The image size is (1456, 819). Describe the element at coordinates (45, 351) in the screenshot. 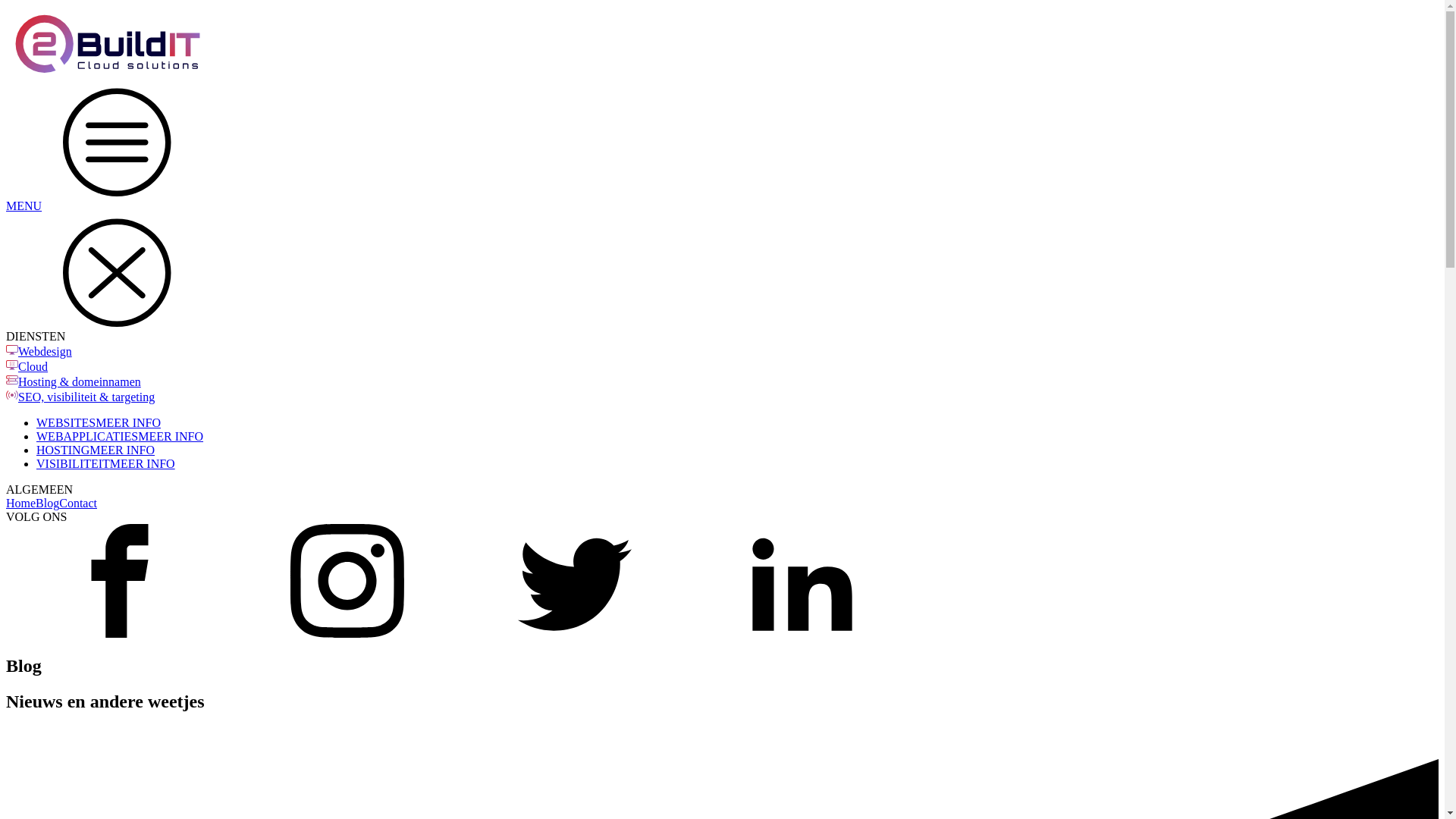

I see `'Webdesign'` at that location.